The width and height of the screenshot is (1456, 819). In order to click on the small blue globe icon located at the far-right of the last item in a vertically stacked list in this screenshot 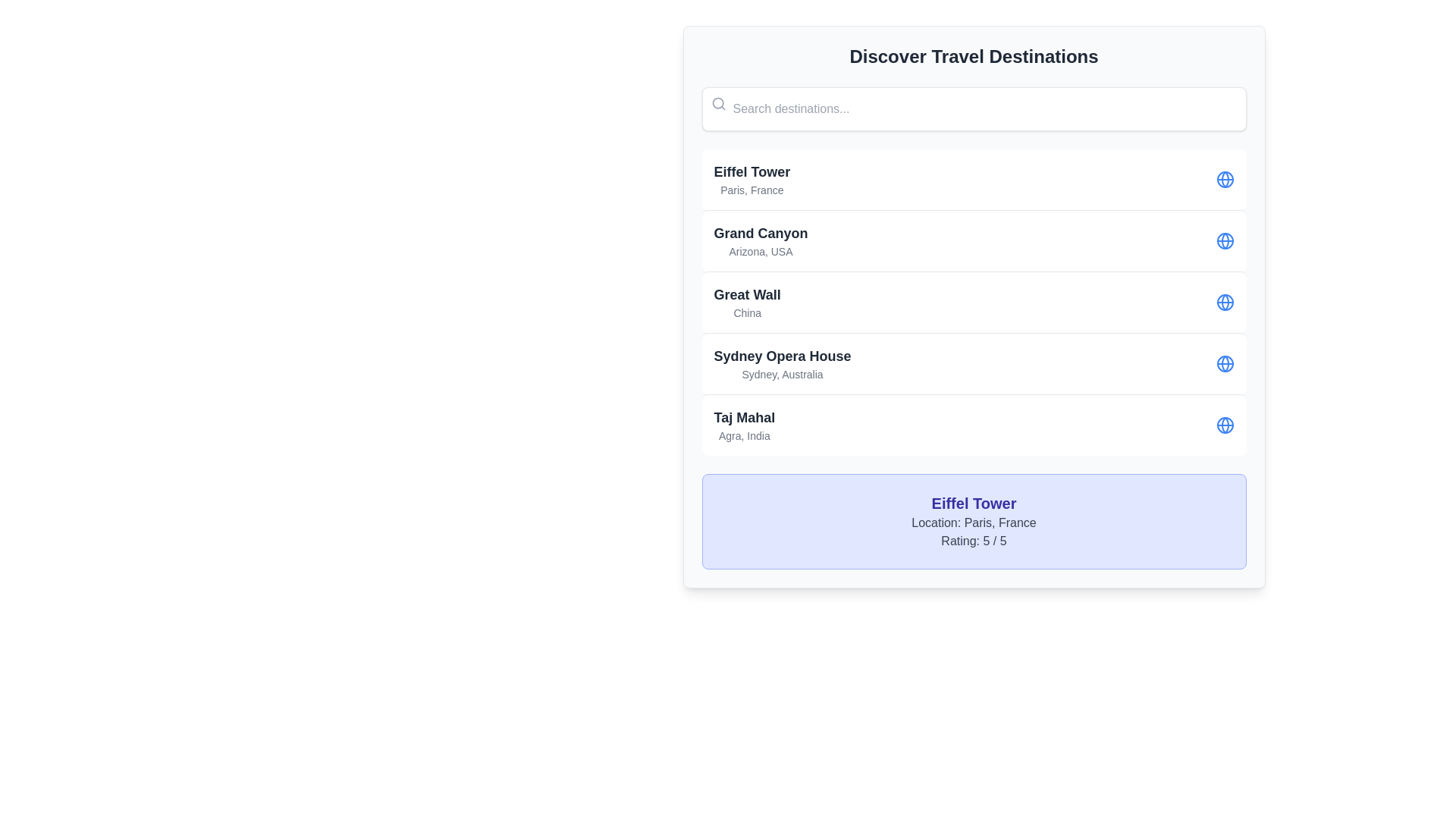, I will do `click(1225, 425)`.